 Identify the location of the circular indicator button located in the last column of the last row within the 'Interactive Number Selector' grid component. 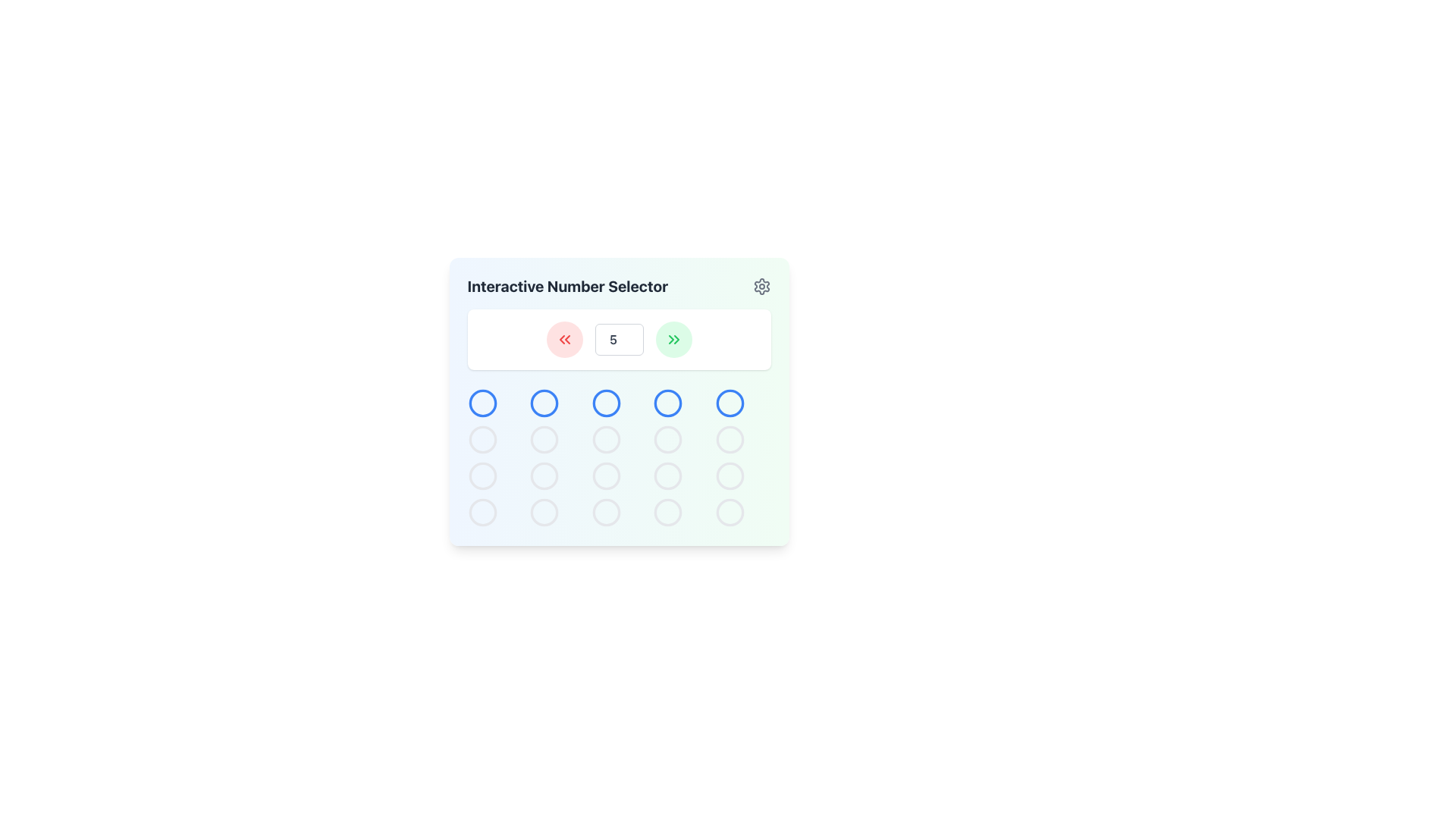
(667, 512).